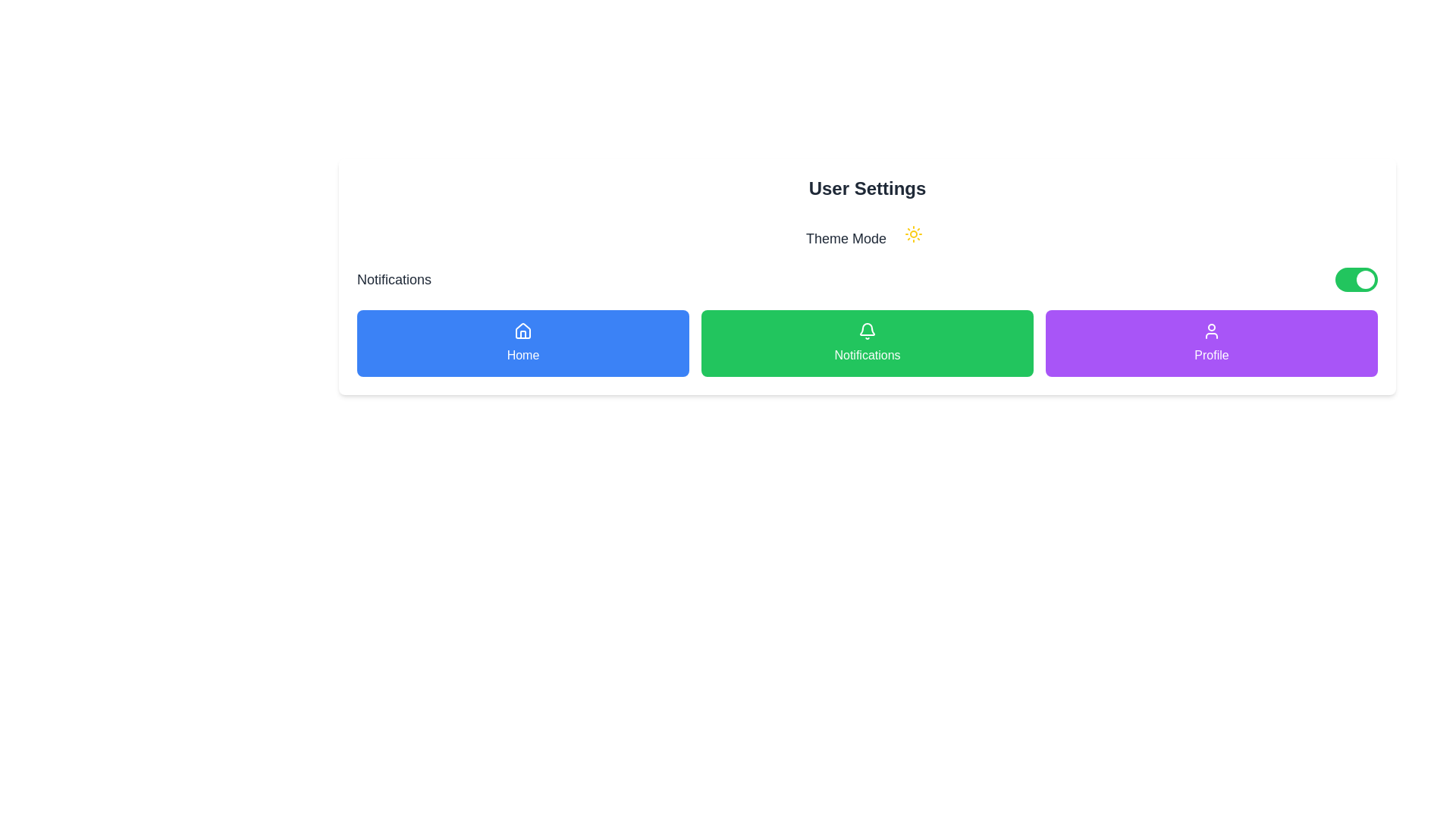  What do you see at coordinates (867, 343) in the screenshot?
I see `the second button in a row of three, located between the 'Home' button (blue background) and the 'Profile' button (purple background)` at bounding box center [867, 343].